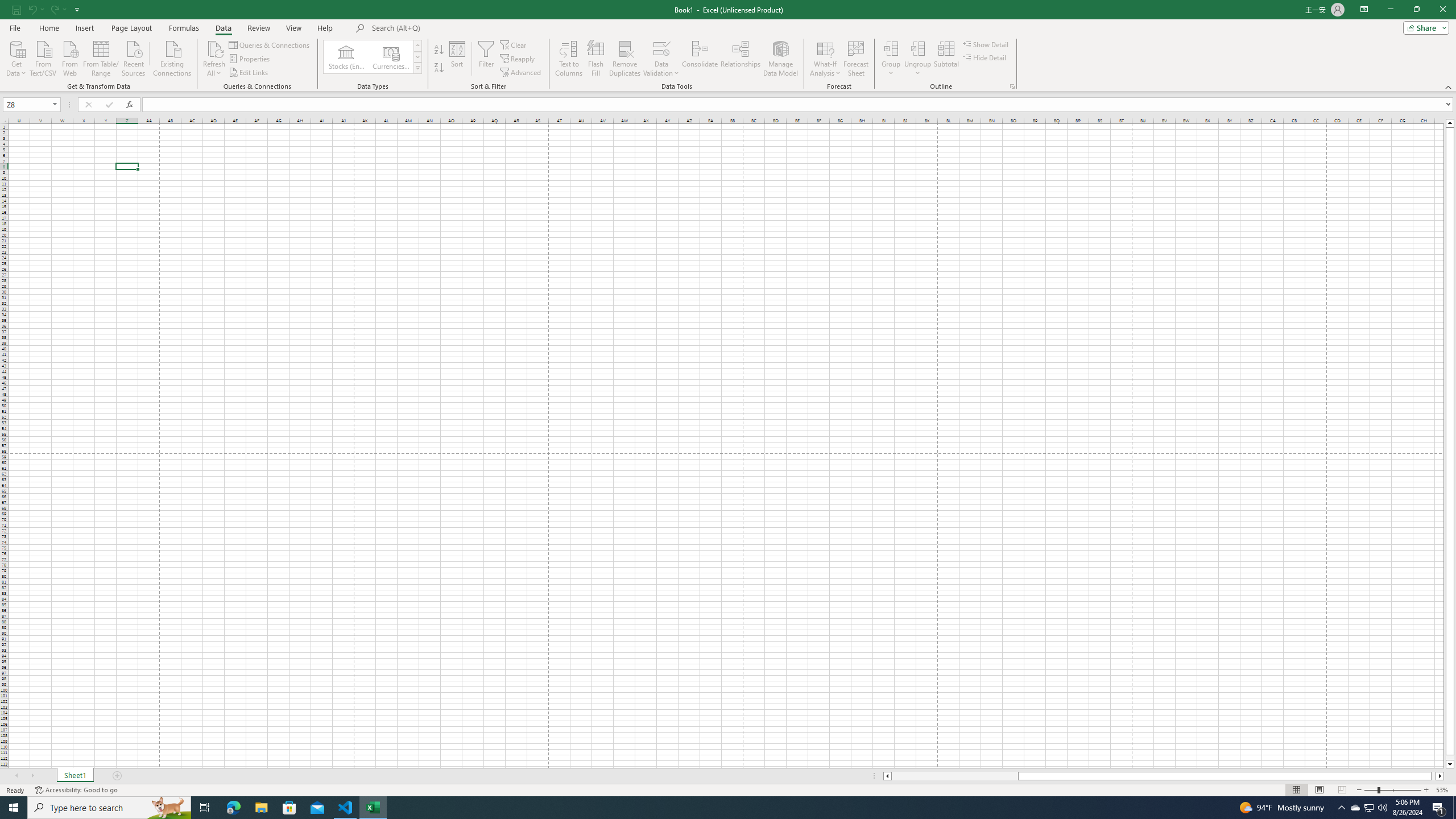  Describe the element at coordinates (700, 59) in the screenshot. I see `'Consolidate...'` at that location.